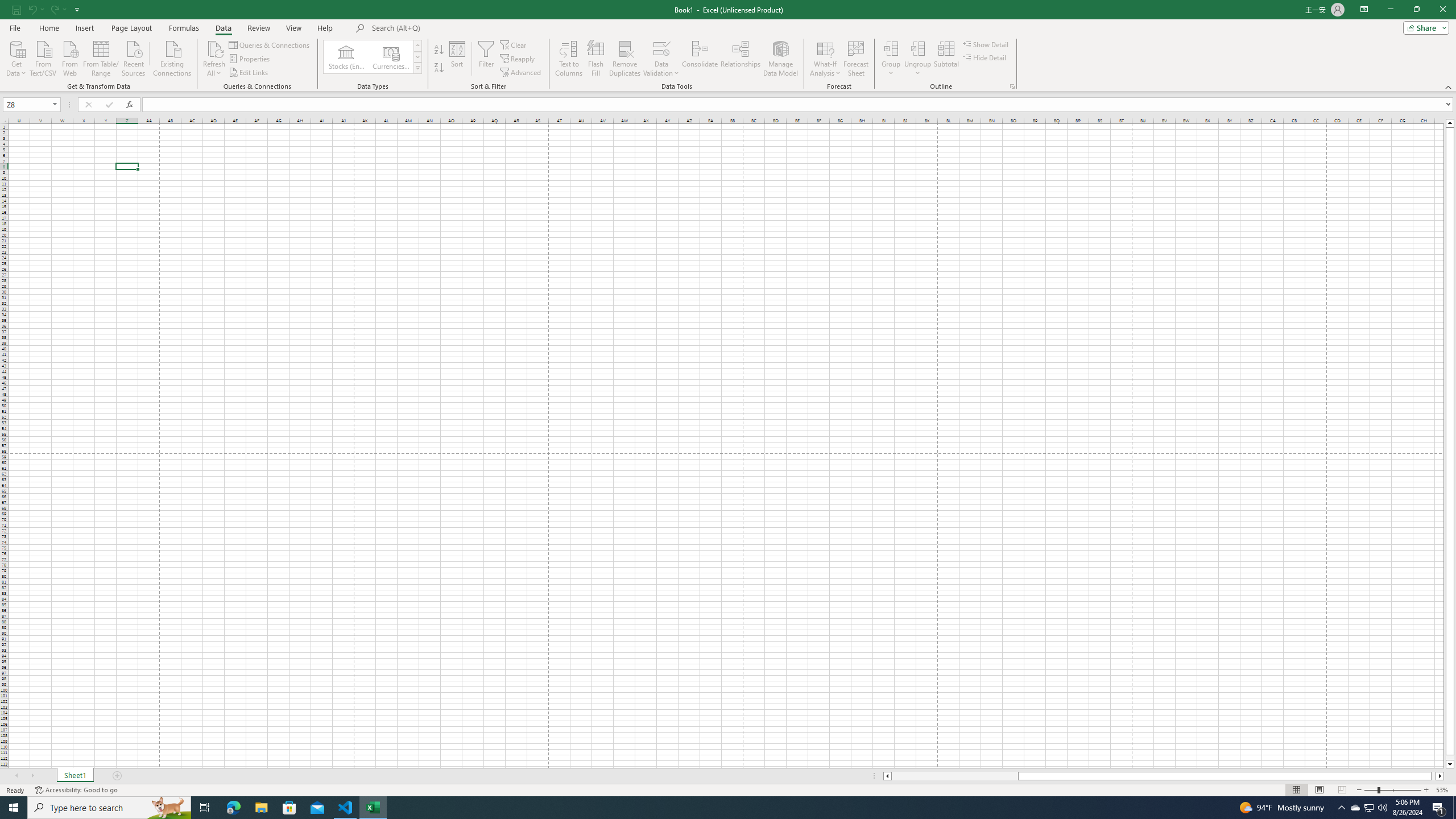  Describe the element at coordinates (700, 59) in the screenshot. I see `'Consolidate...'` at that location.